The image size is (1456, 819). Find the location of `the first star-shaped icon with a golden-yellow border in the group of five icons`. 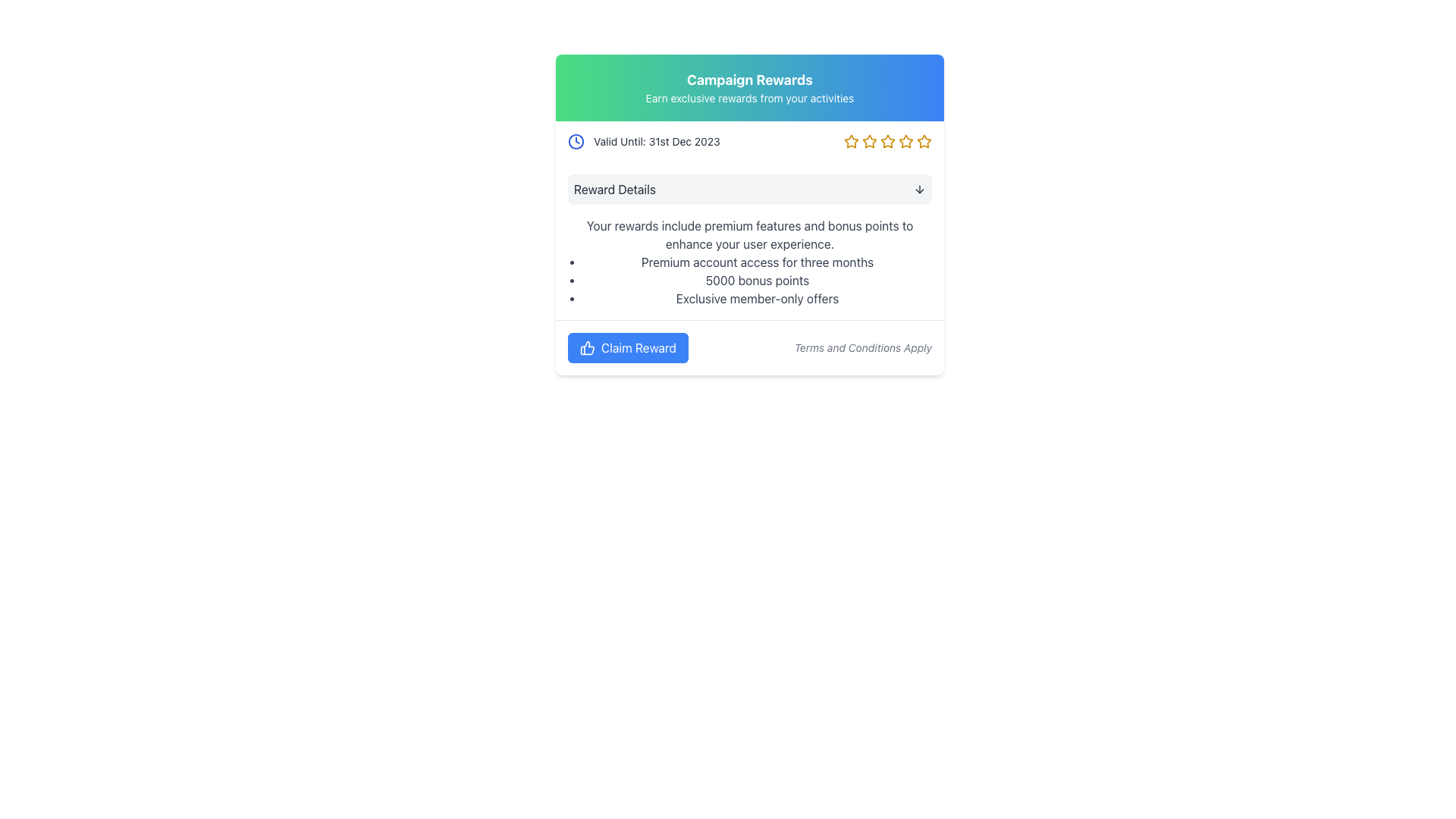

the first star-shaped icon with a golden-yellow border in the group of five icons is located at coordinates (852, 141).